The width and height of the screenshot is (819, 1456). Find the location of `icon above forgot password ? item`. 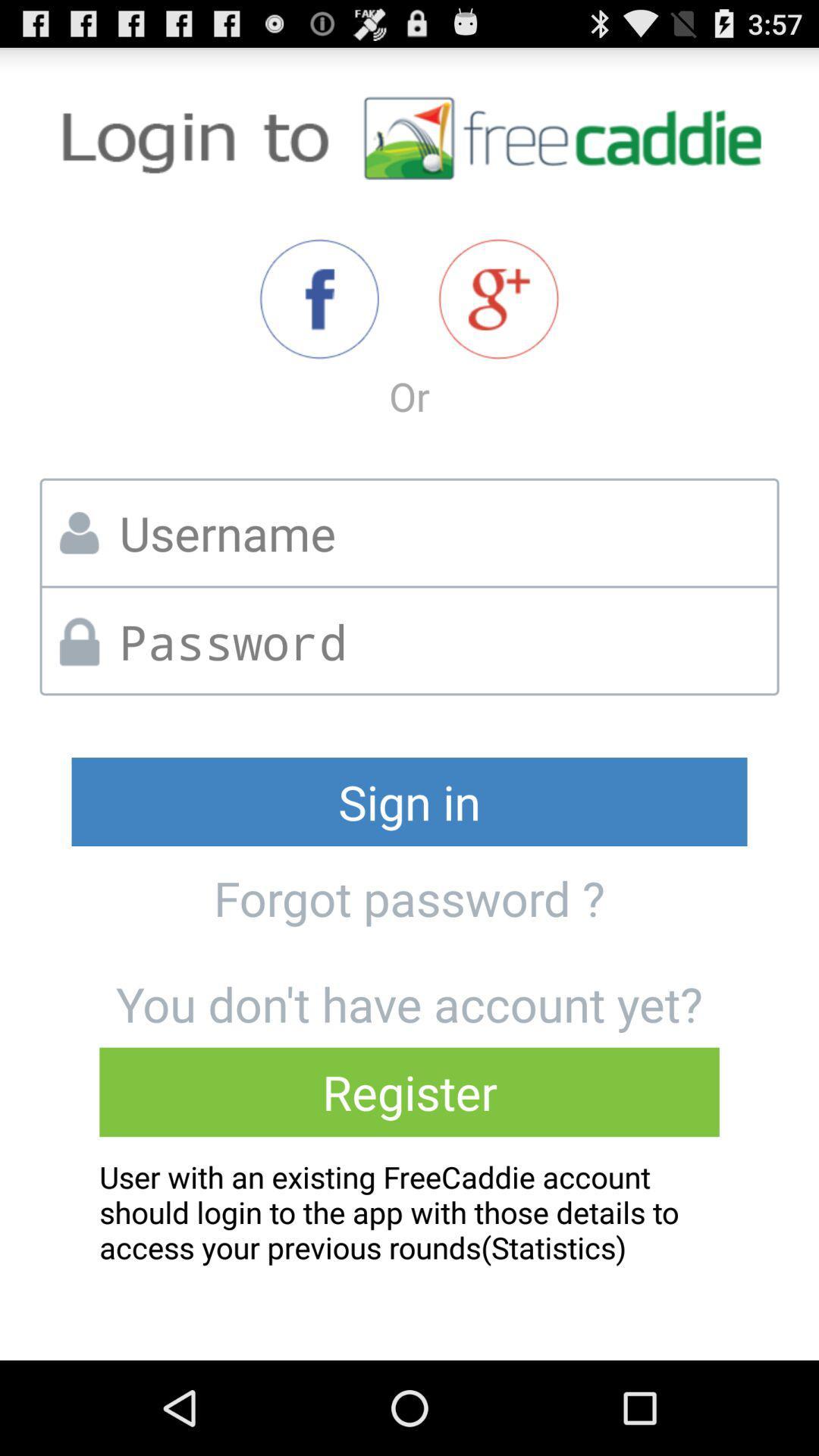

icon above forgot password ? item is located at coordinates (409, 801).